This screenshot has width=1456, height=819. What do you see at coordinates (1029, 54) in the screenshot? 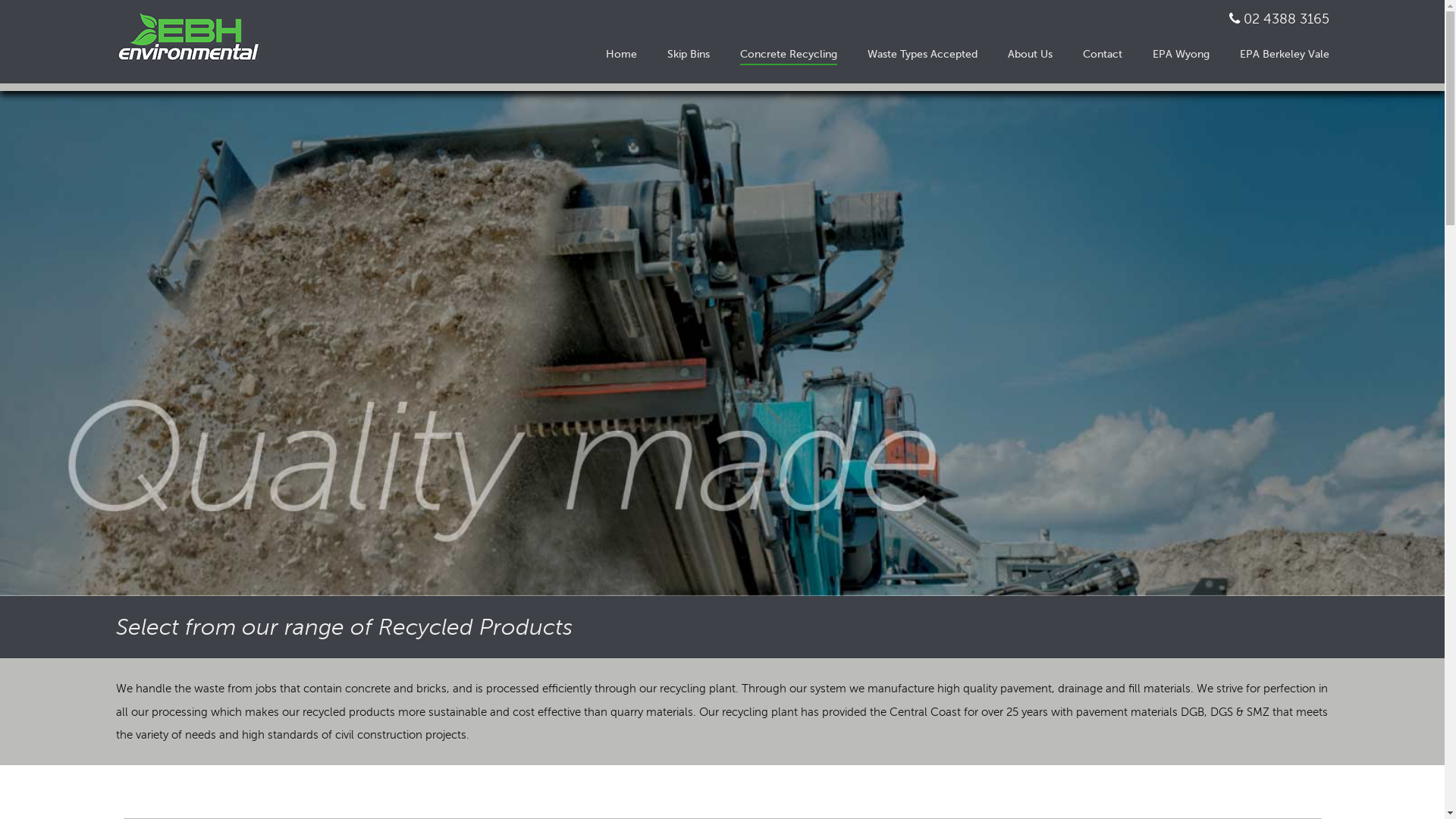
I see `'About Us'` at bounding box center [1029, 54].